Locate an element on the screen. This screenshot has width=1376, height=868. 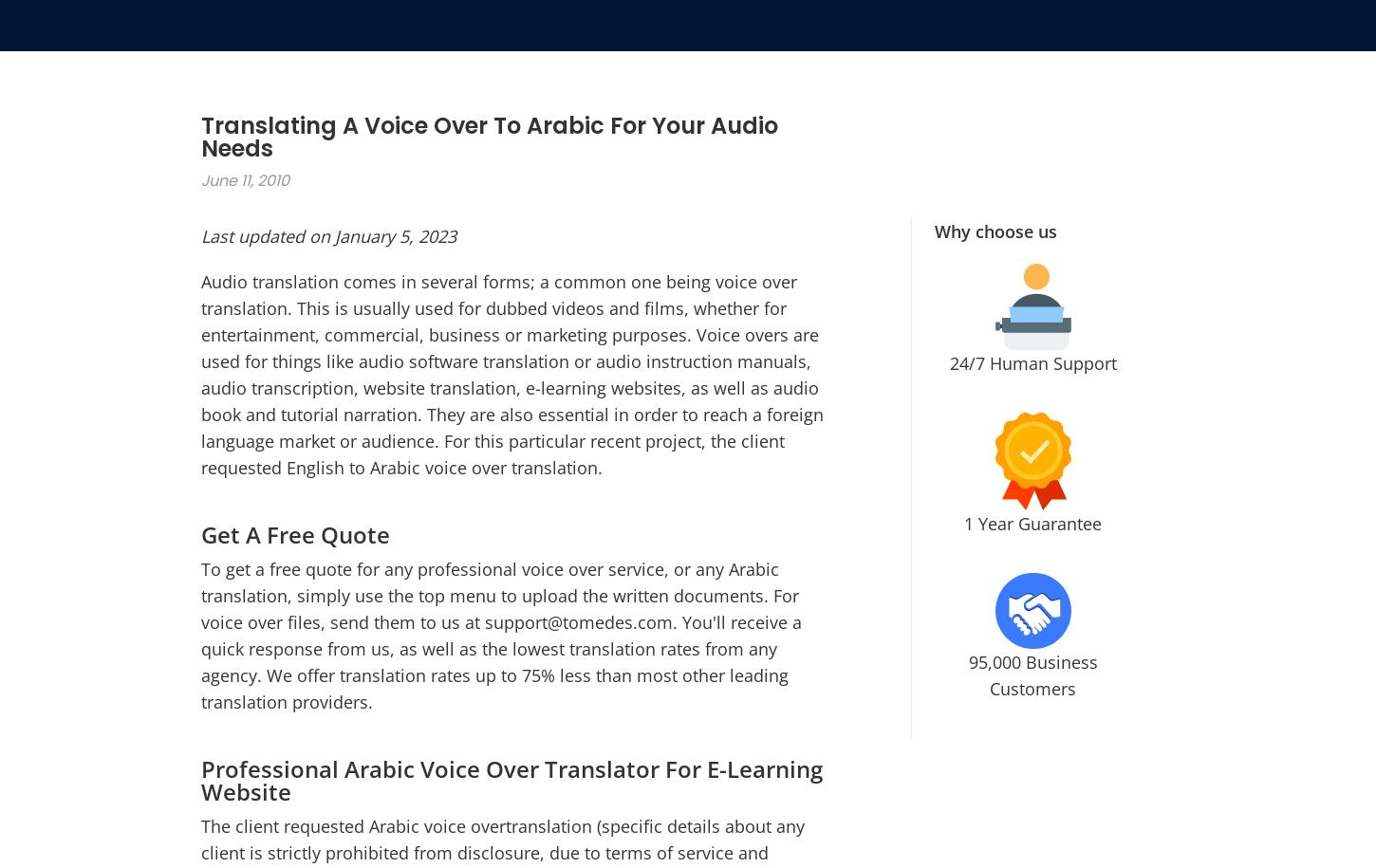
'Tomedes in Upcity' is located at coordinates (1112, 632).